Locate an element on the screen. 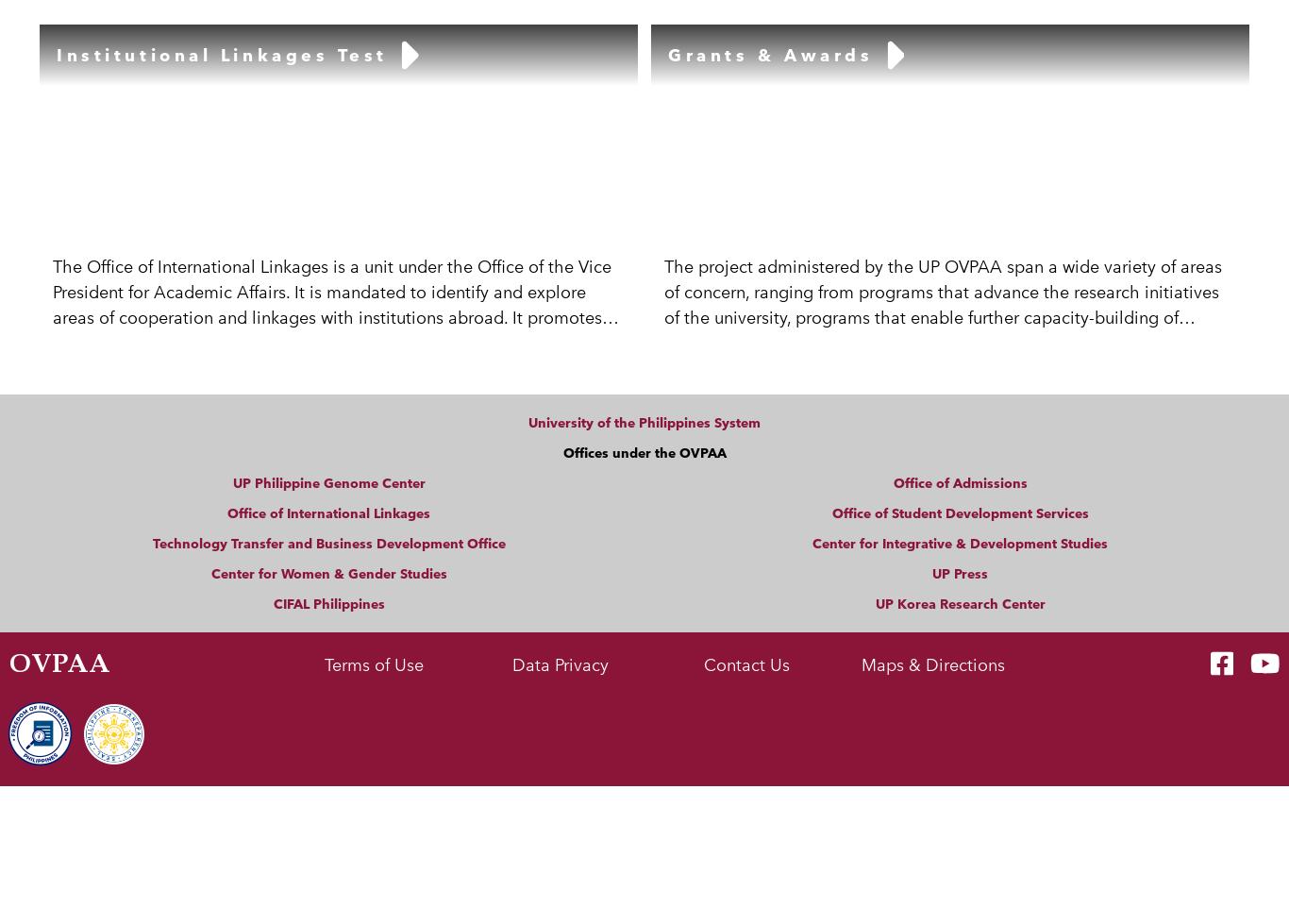  'Contact Us' is located at coordinates (703, 664).